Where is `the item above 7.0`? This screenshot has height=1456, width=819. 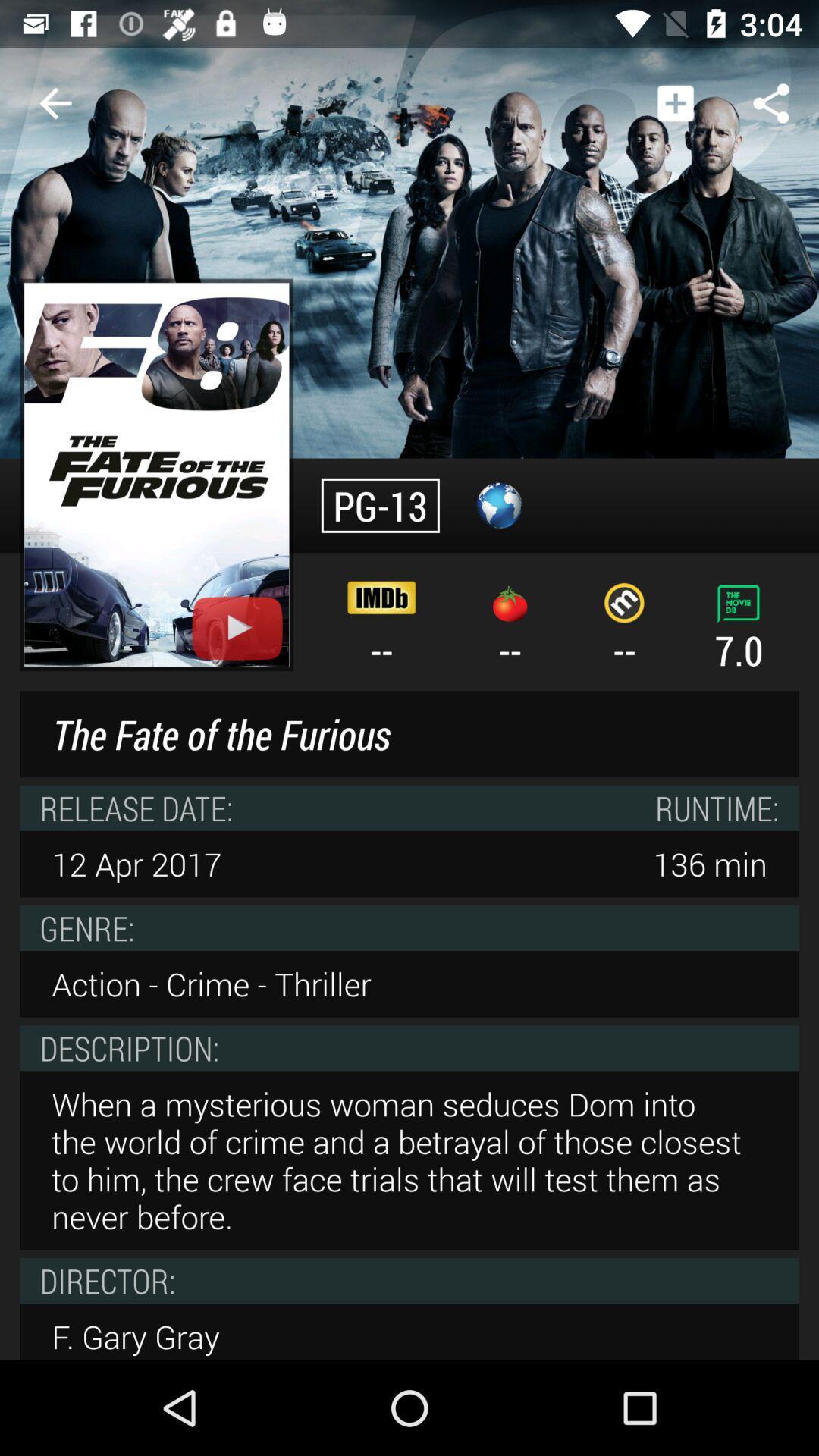 the item above 7.0 is located at coordinates (771, 102).